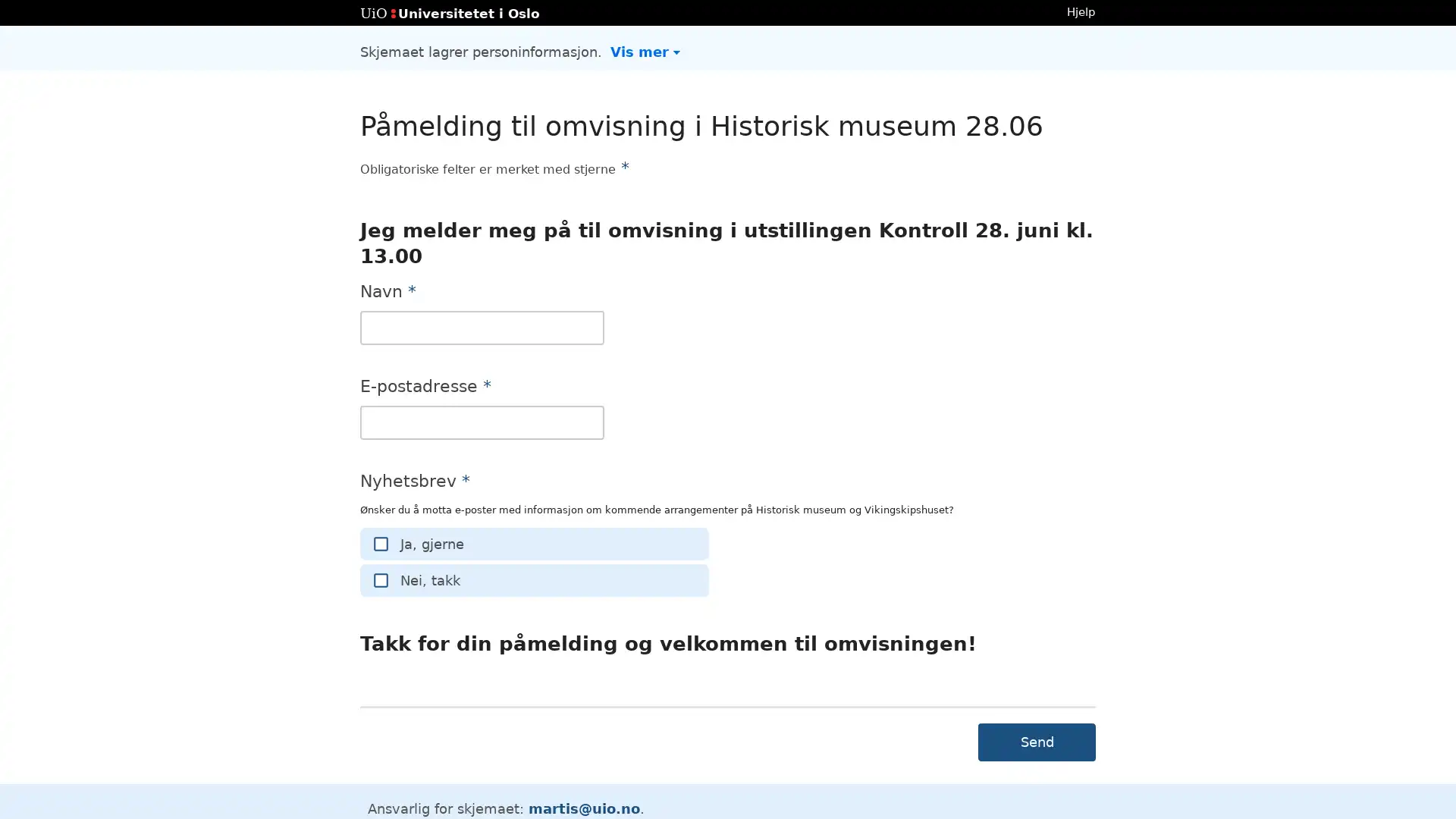  Describe the element at coordinates (1036, 742) in the screenshot. I see `Send` at that location.